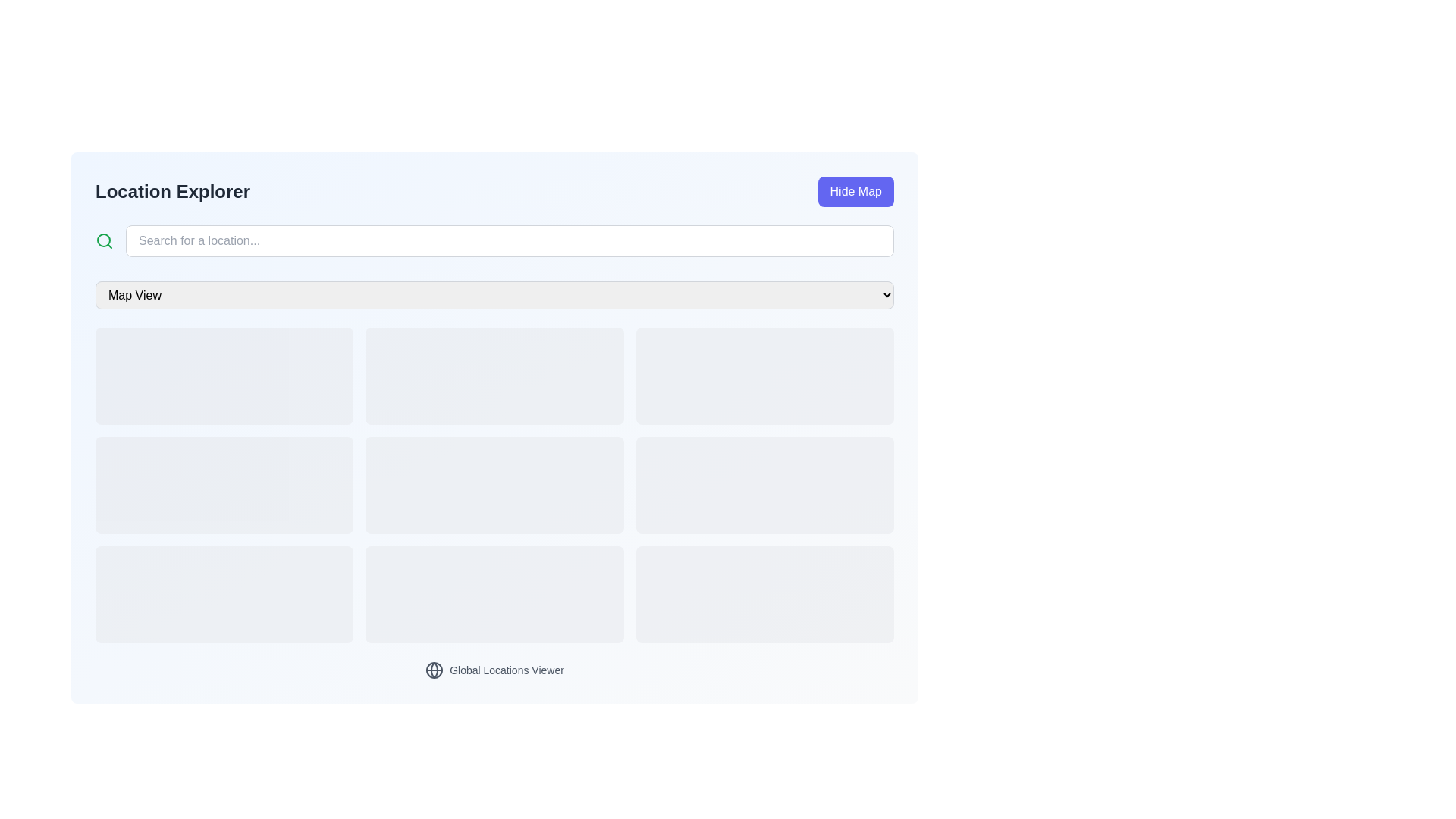 This screenshot has width=1456, height=819. I want to click on the Placeholder block, which is the second block in the first row of a grid layout, representing loading or unavailable content, so click(494, 375).